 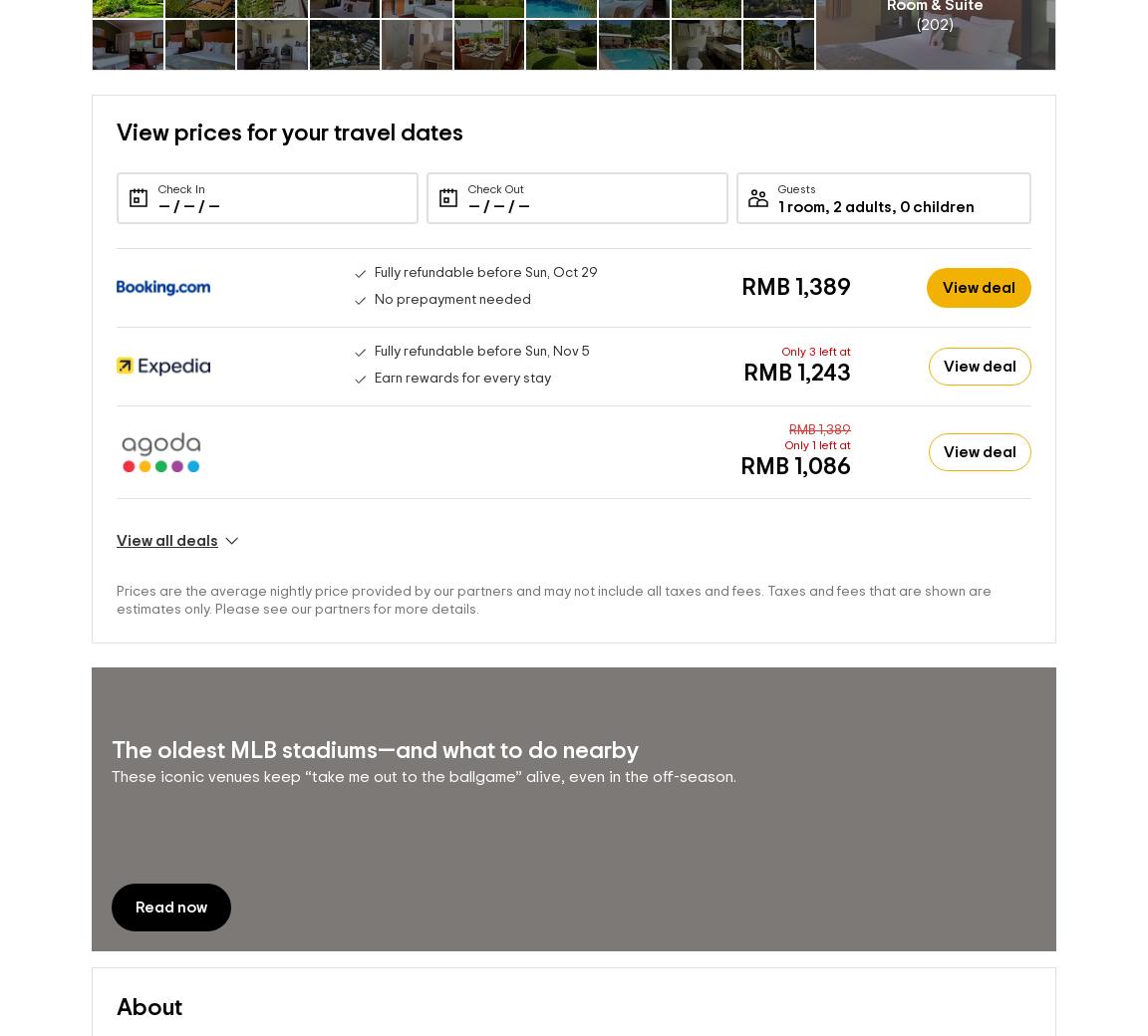 I want to click on 'Prices are the average nightly price provided by our partners and may not include all taxes and fees. Taxes and fees that are shown are estimates only. Please see our partners for more details.', so click(x=116, y=599).